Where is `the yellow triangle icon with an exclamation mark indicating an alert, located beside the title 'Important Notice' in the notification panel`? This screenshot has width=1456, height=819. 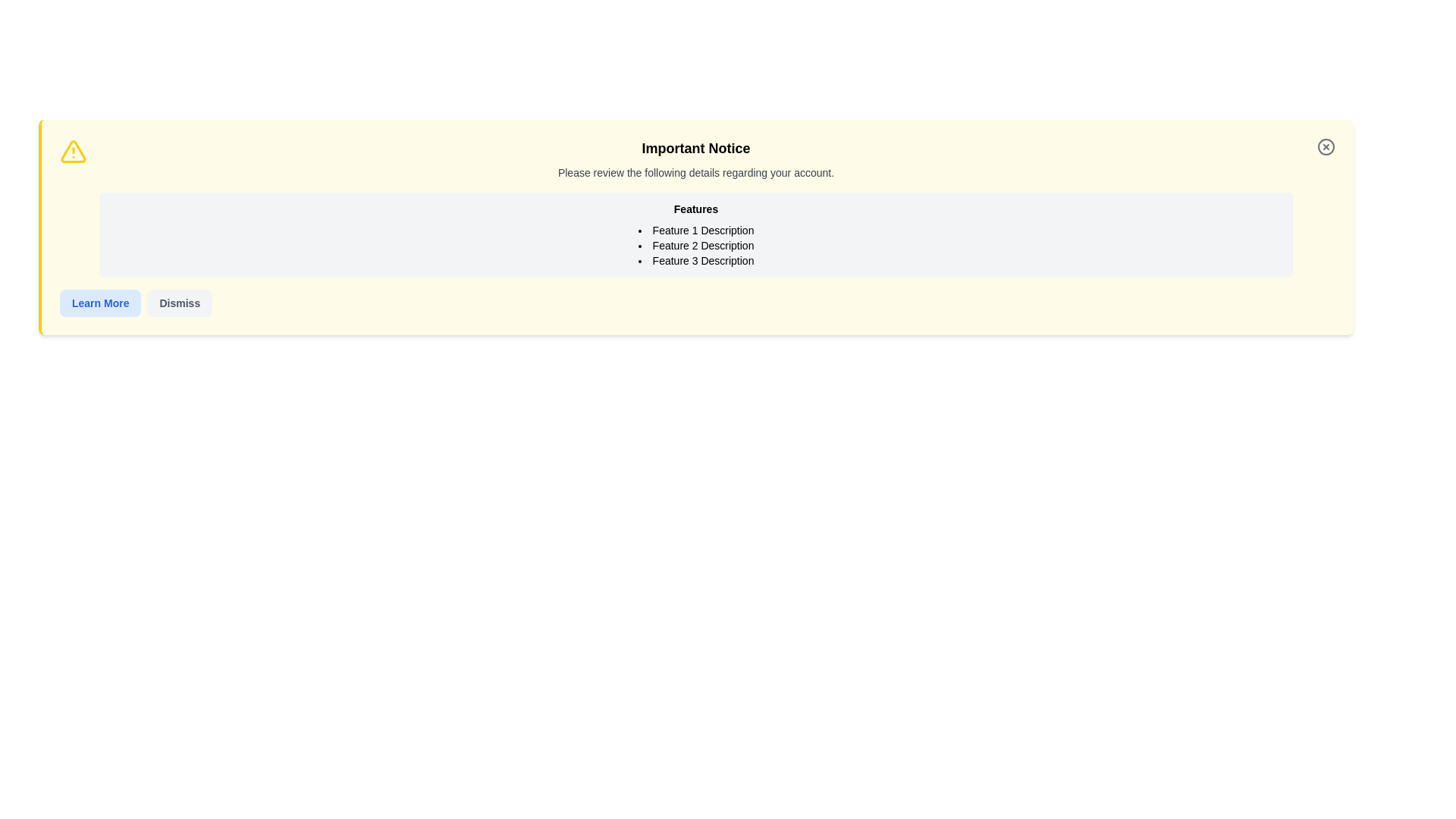
the yellow triangle icon with an exclamation mark indicating an alert, located beside the title 'Important Notice' in the notification panel is located at coordinates (72, 152).